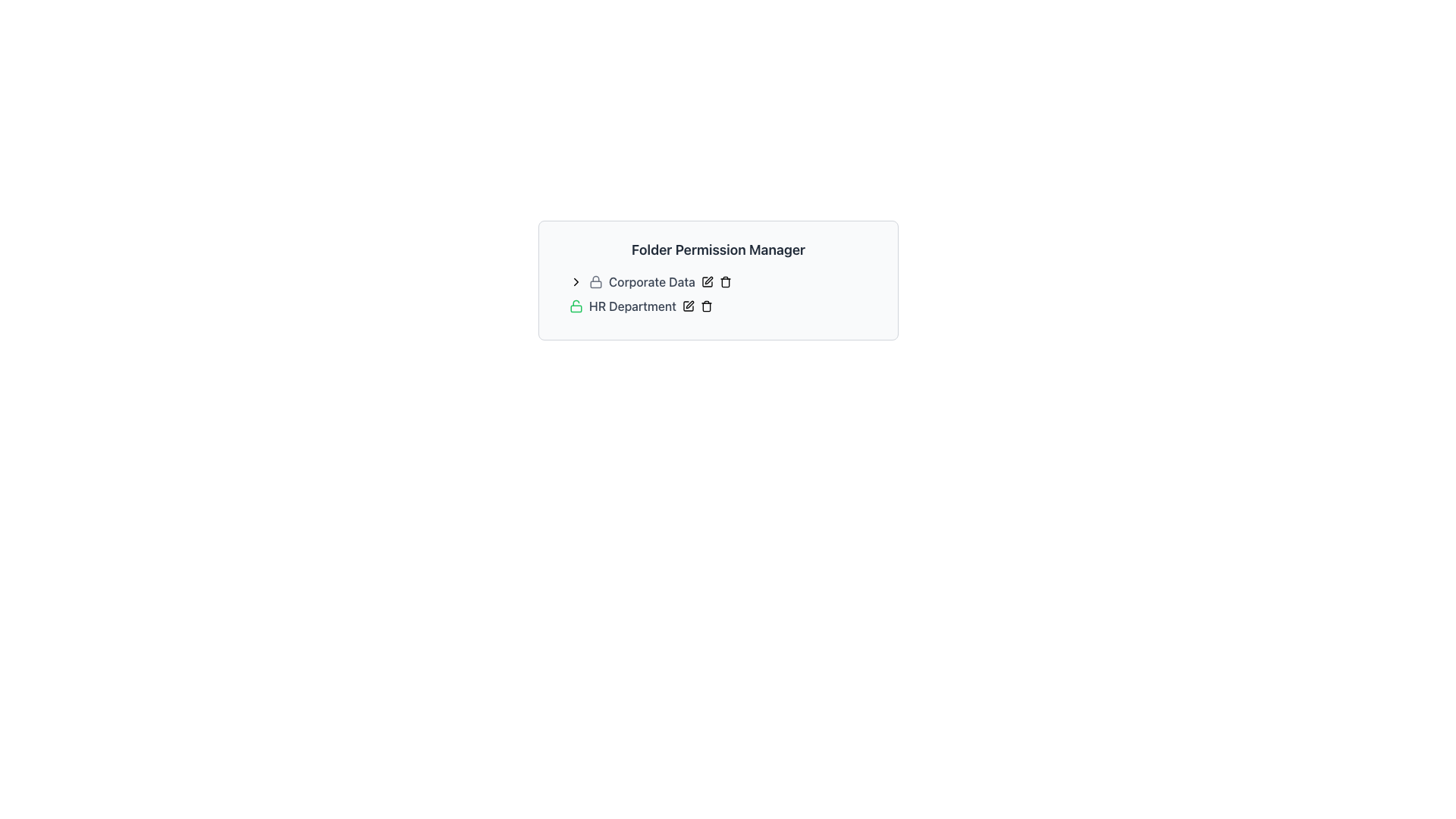  Describe the element at coordinates (706, 281) in the screenshot. I see `the edit button located to the left of the trash can icon` at that location.